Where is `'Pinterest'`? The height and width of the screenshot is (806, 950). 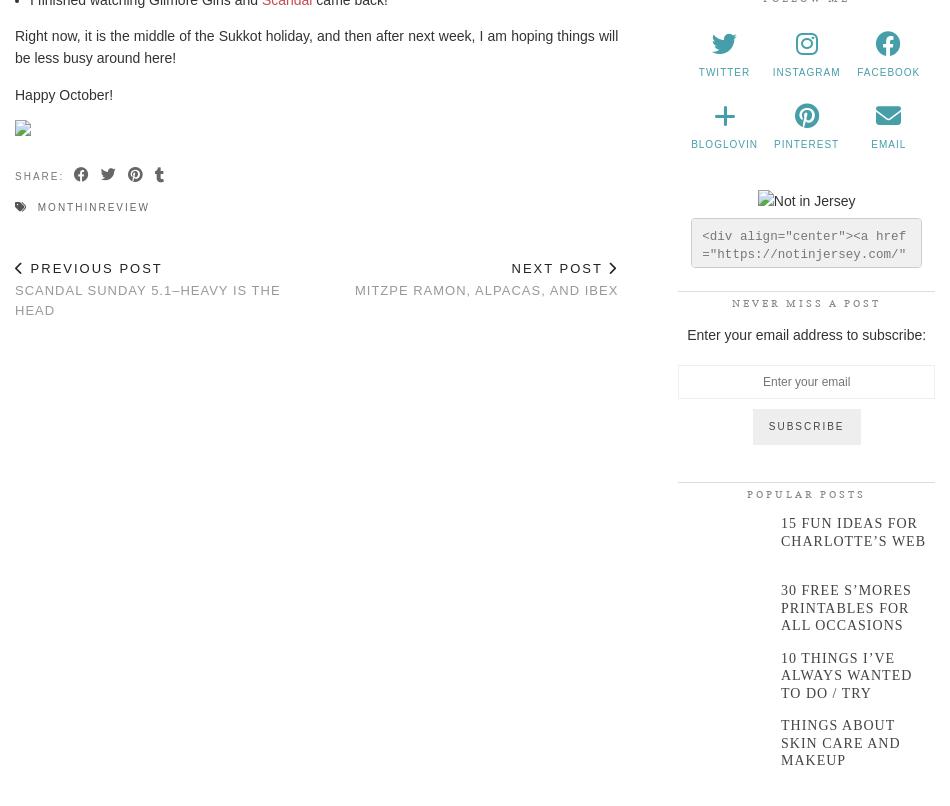 'Pinterest' is located at coordinates (805, 143).